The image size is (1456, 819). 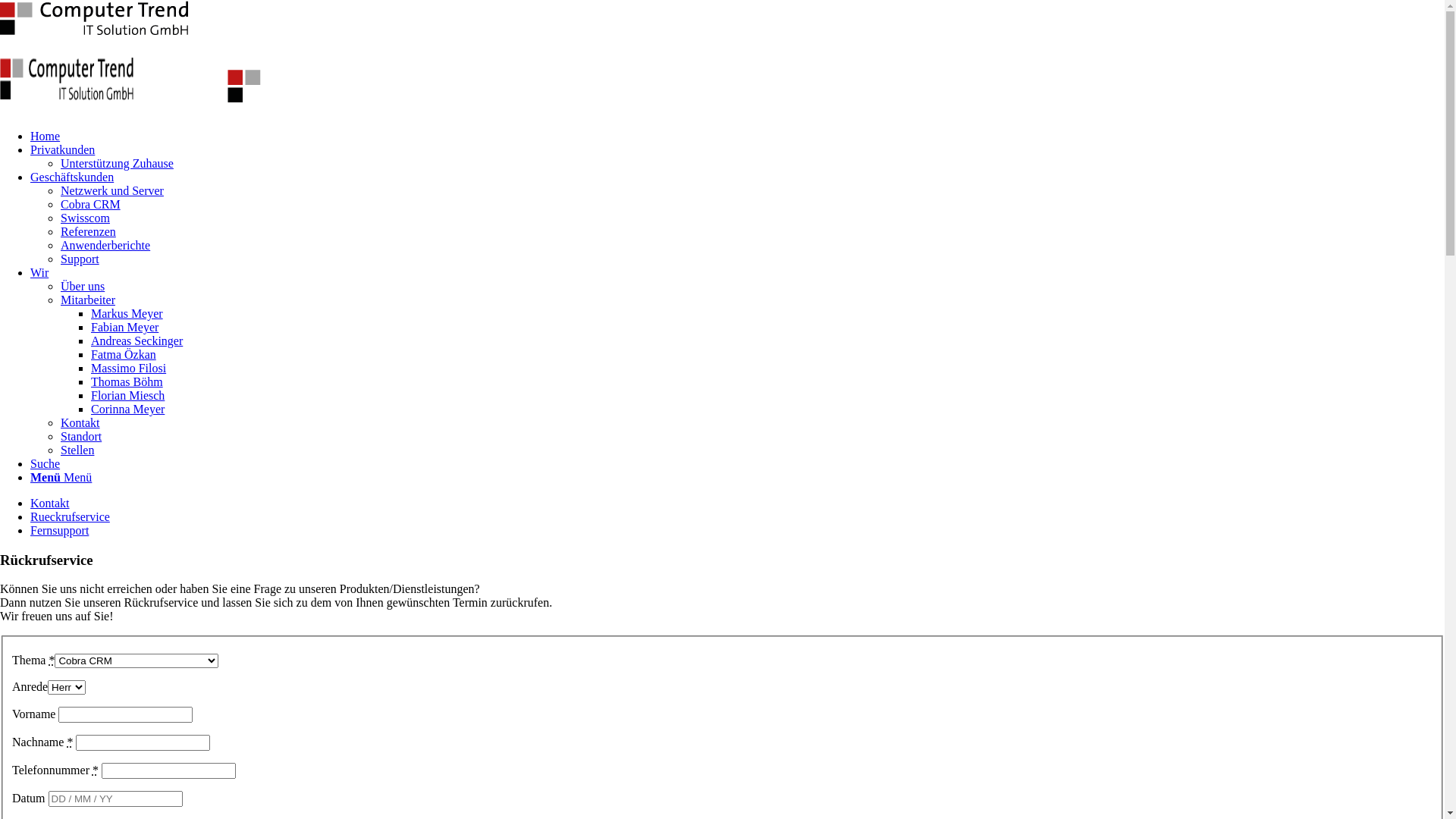 I want to click on 'Suche', so click(x=45, y=463).